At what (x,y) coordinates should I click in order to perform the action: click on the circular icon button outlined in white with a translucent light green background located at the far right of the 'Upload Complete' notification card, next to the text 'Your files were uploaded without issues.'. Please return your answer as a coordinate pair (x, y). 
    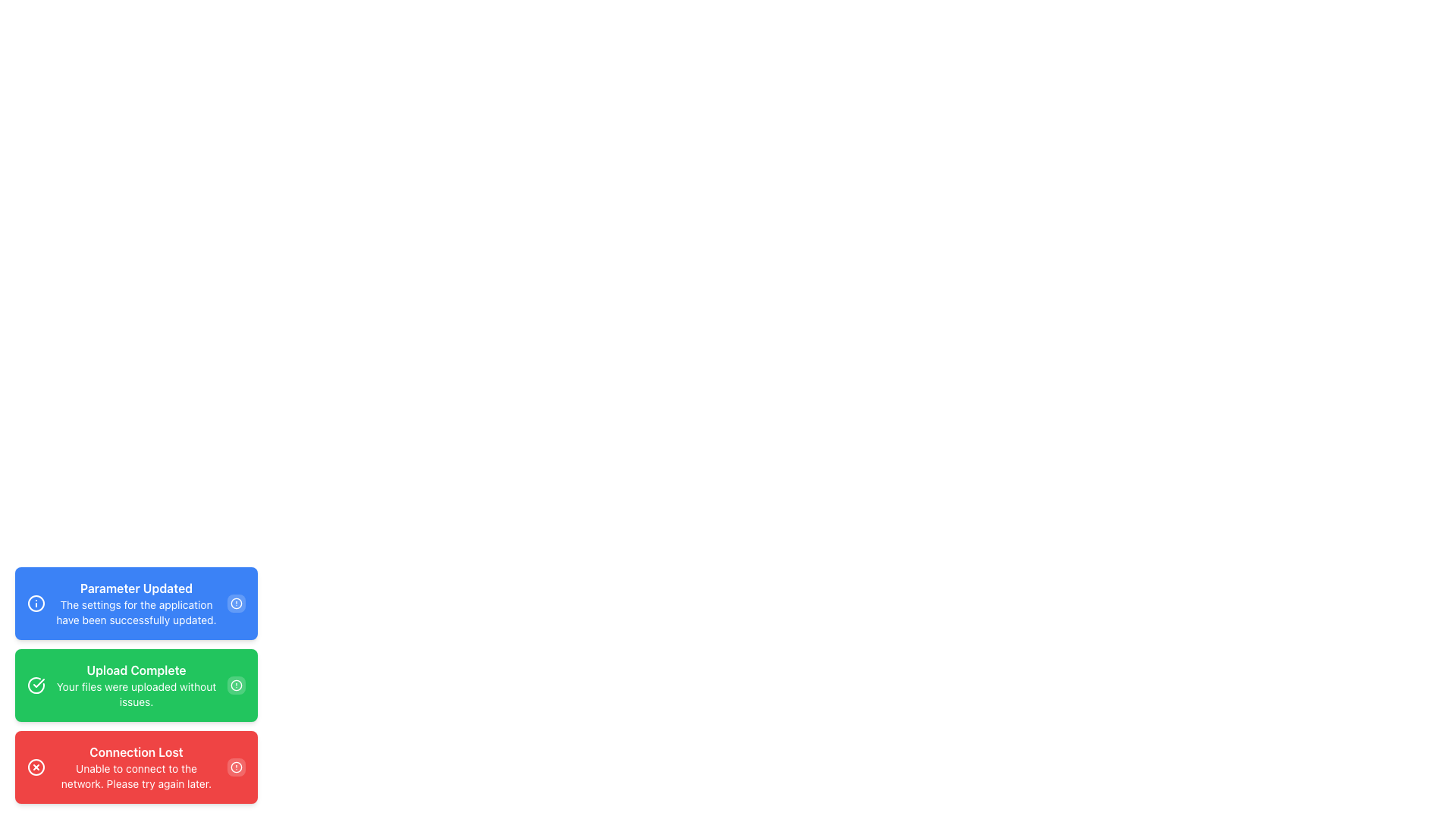
    Looking at the image, I should click on (236, 685).